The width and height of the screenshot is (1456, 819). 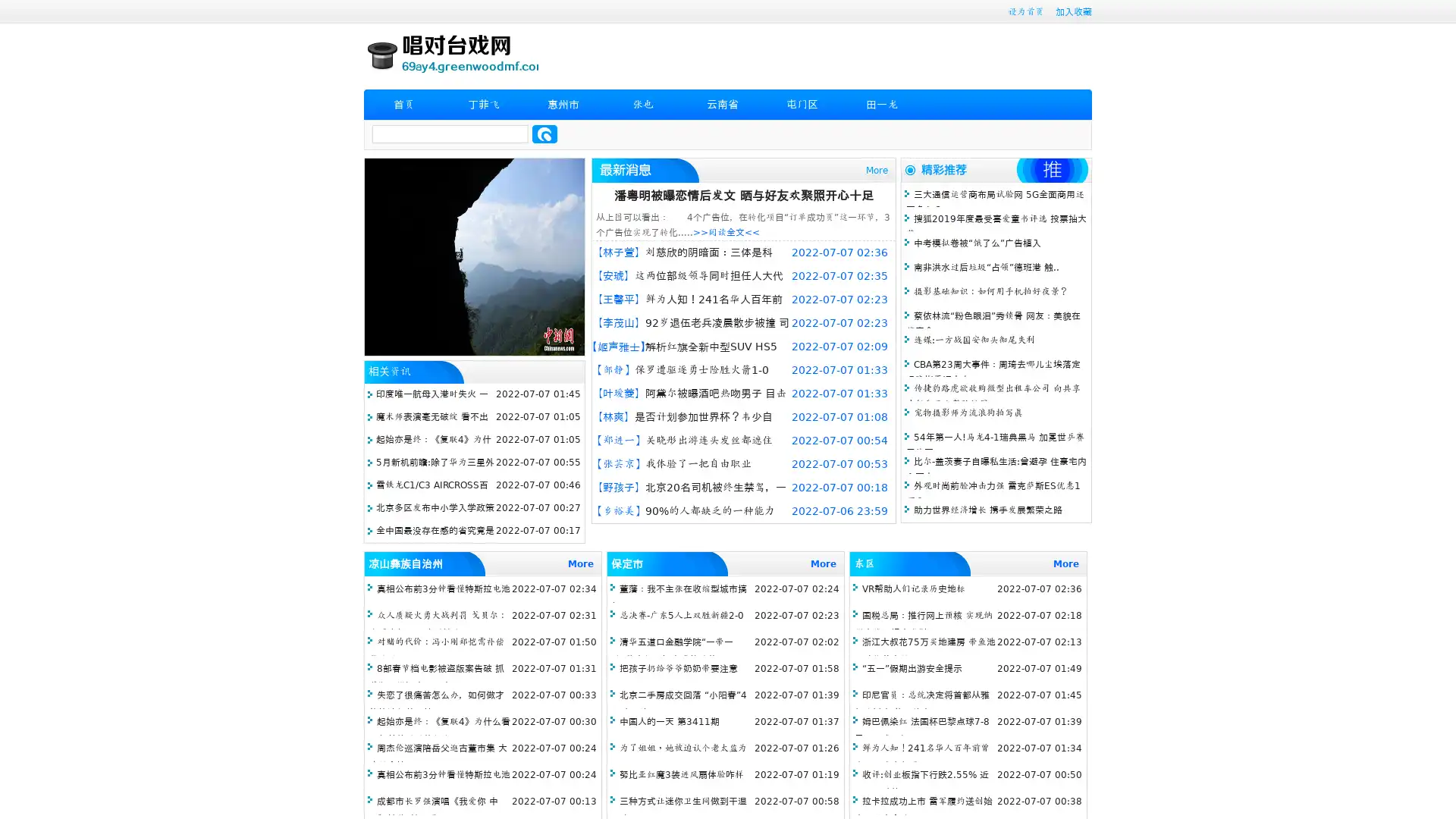 I want to click on Search, so click(x=544, y=133).